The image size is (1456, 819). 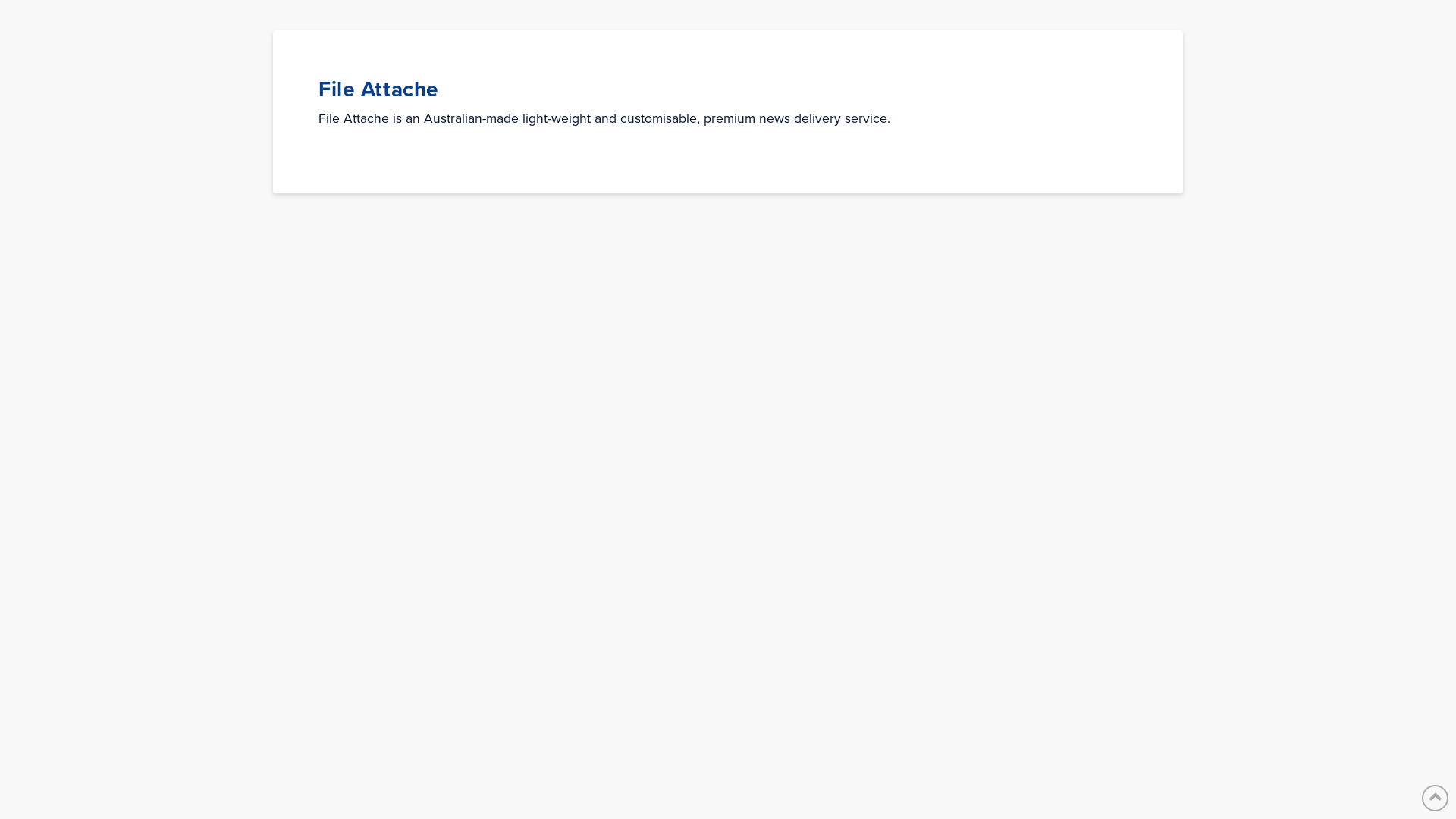 I want to click on 'Back to Top', so click(x=1434, y=797).